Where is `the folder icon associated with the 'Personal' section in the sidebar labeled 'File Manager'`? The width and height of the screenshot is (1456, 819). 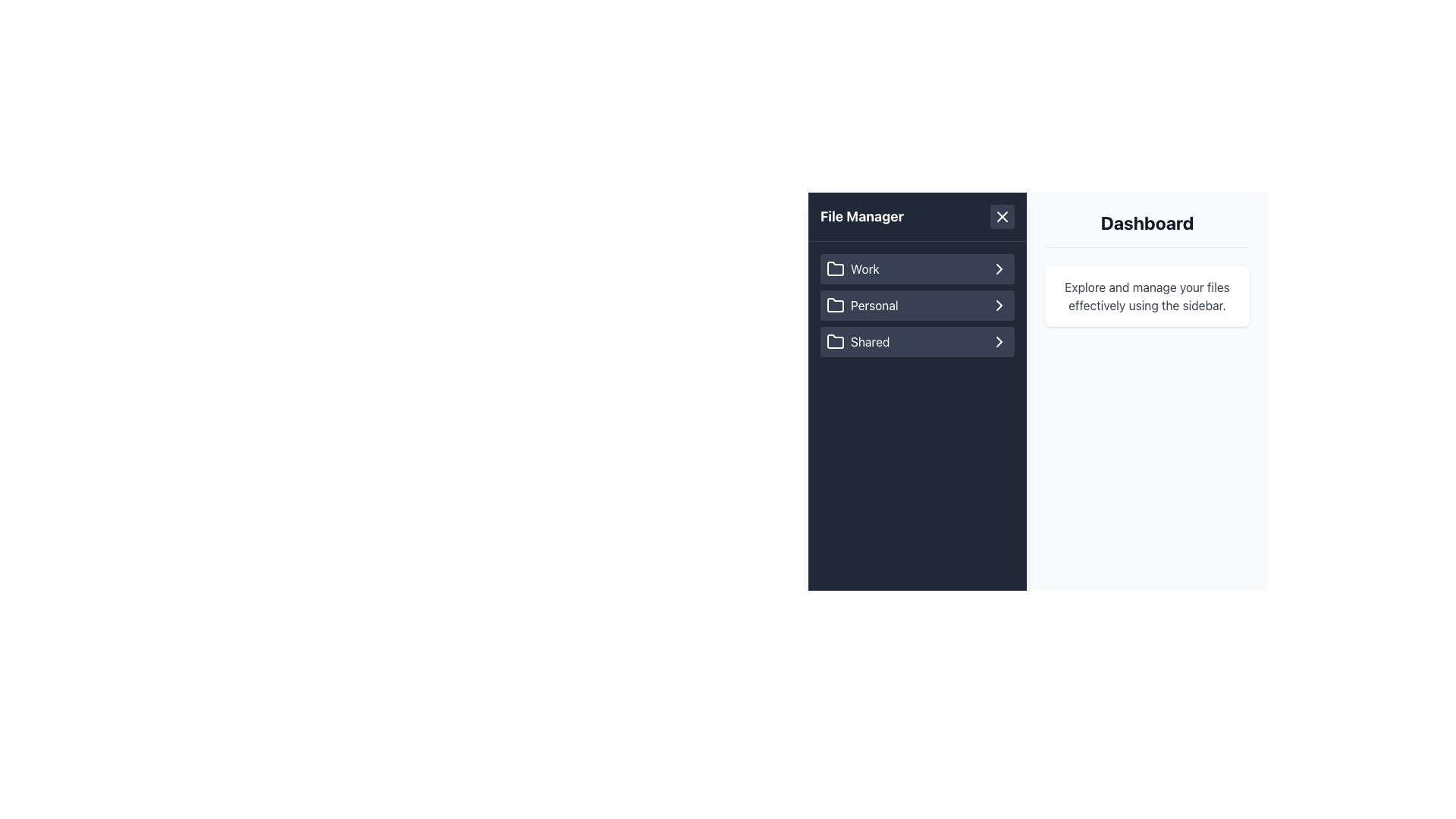
the folder icon associated with the 'Personal' section in the sidebar labeled 'File Manager' is located at coordinates (835, 305).